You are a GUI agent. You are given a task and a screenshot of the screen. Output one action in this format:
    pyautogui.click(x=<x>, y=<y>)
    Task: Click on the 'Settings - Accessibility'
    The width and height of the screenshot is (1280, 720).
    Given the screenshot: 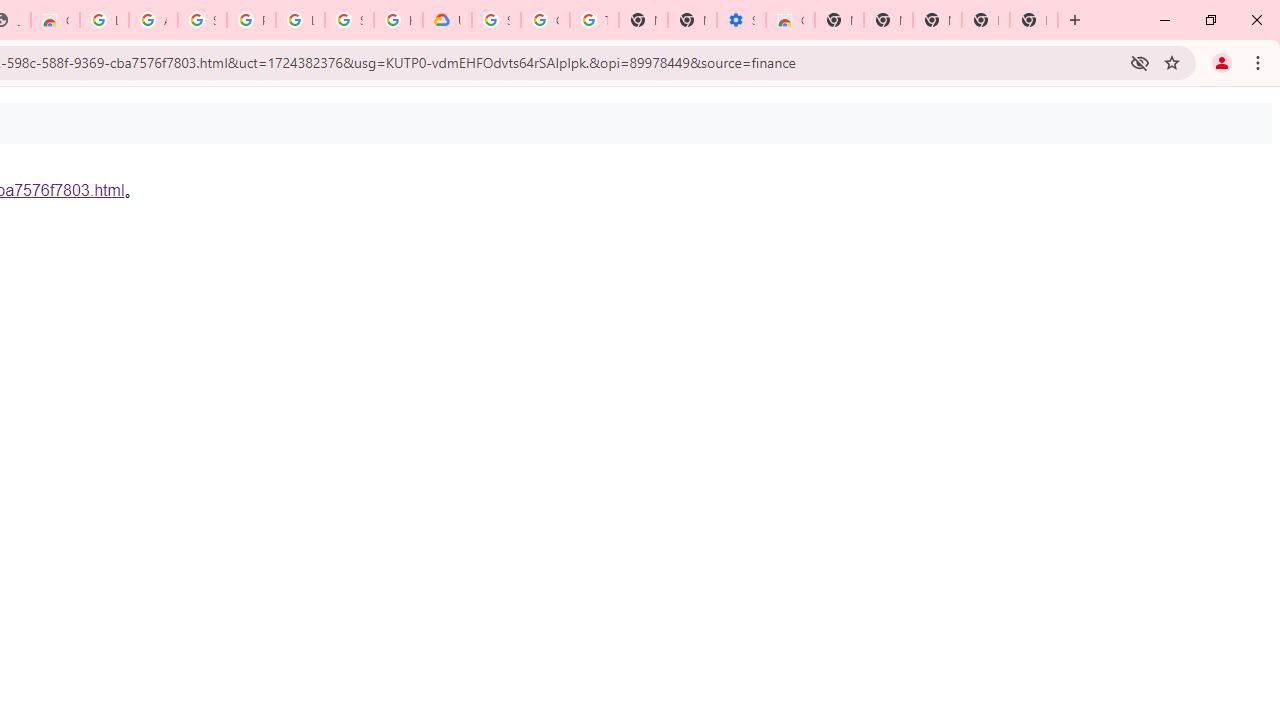 What is the action you would take?
    pyautogui.click(x=740, y=20)
    